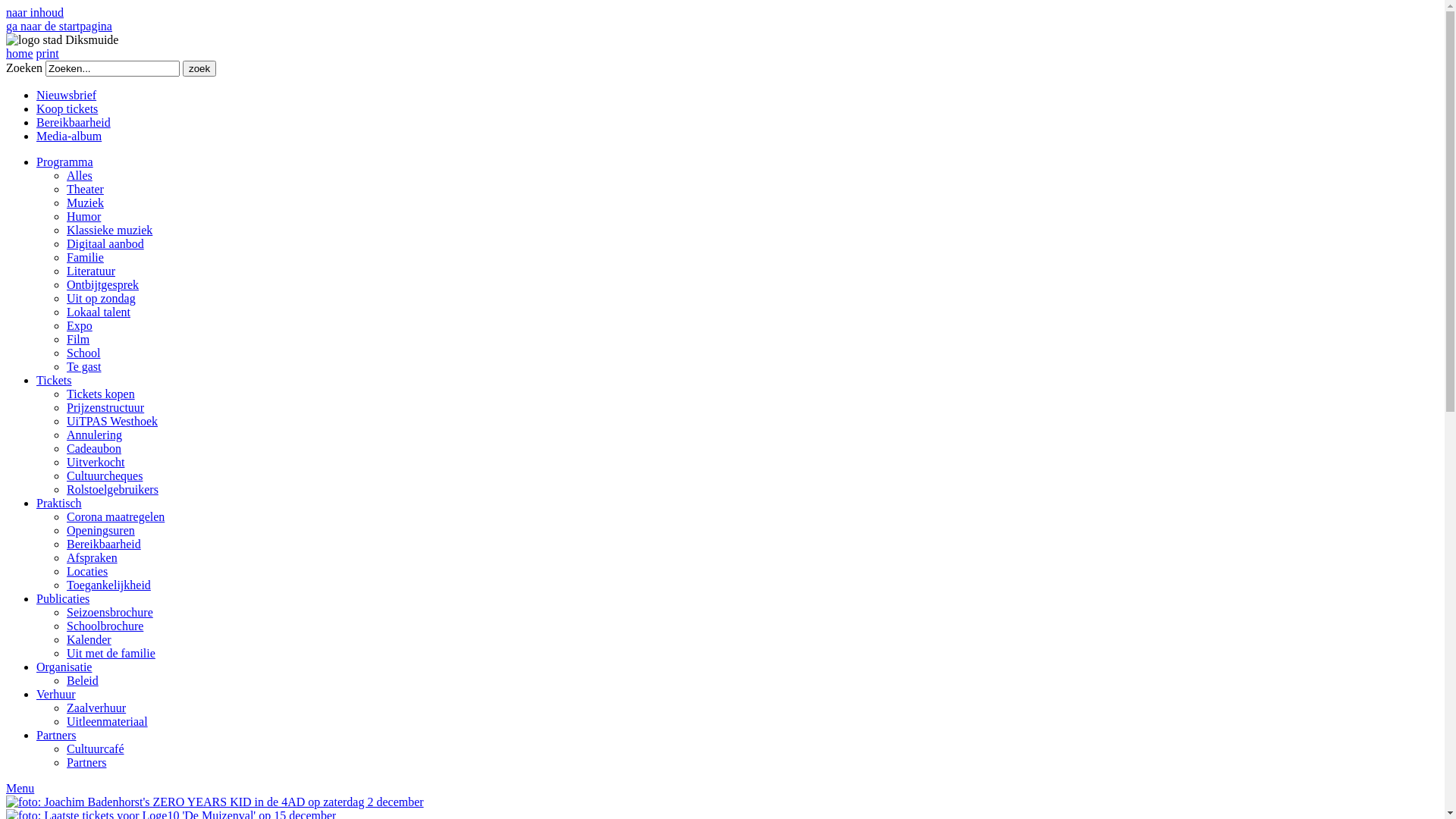 Image resolution: width=1456 pixels, height=819 pixels. What do you see at coordinates (103, 543) in the screenshot?
I see `'Bereikbaarheid'` at bounding box center [103, 543].